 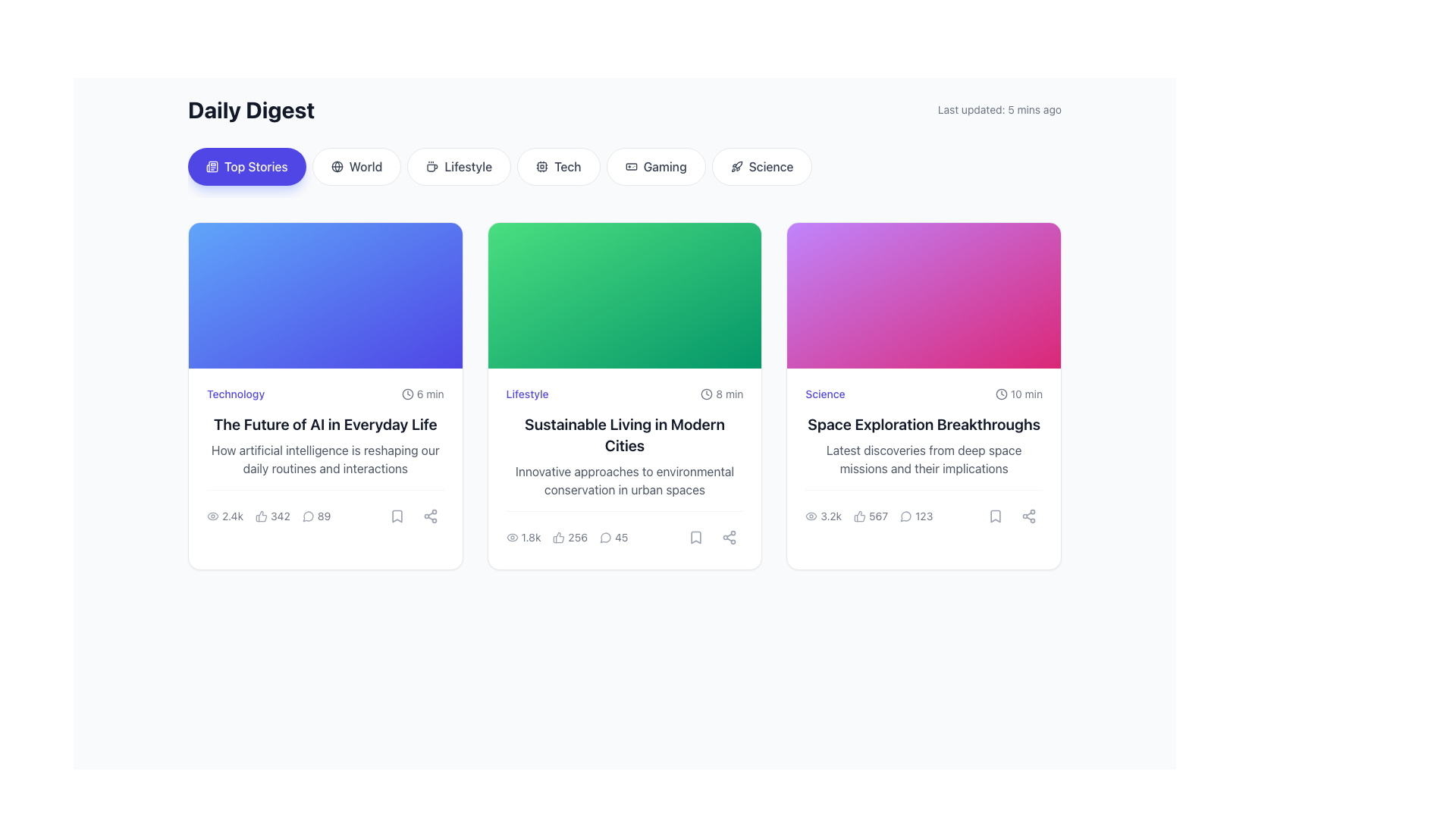 I want to click on the 'Technology' card UI element that displays the title 'The Future of AI in Everyday Life', so click(x=325, y=457).